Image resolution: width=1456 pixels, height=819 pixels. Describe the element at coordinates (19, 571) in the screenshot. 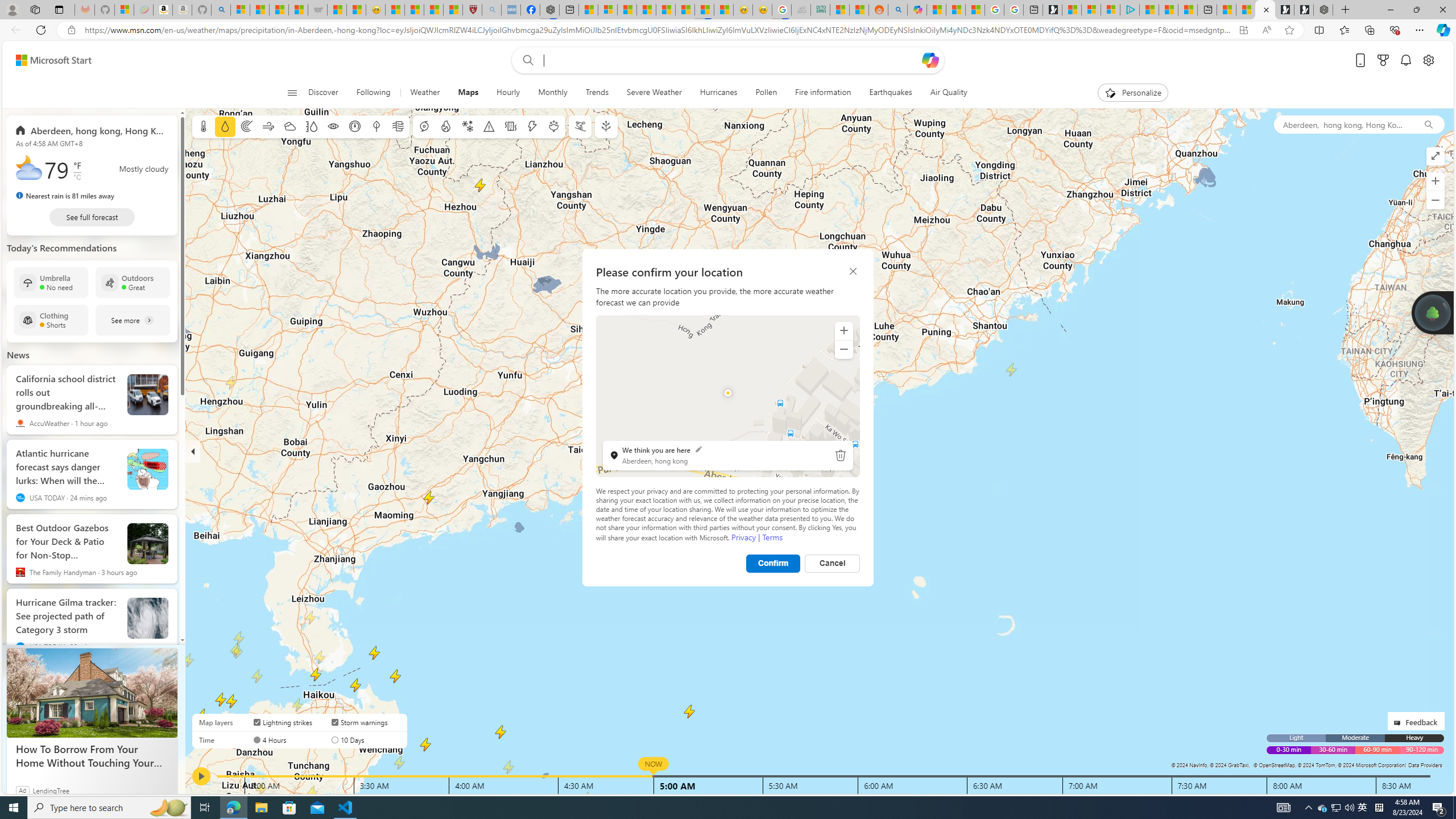

I see `'The Family Handyman'` at that location.